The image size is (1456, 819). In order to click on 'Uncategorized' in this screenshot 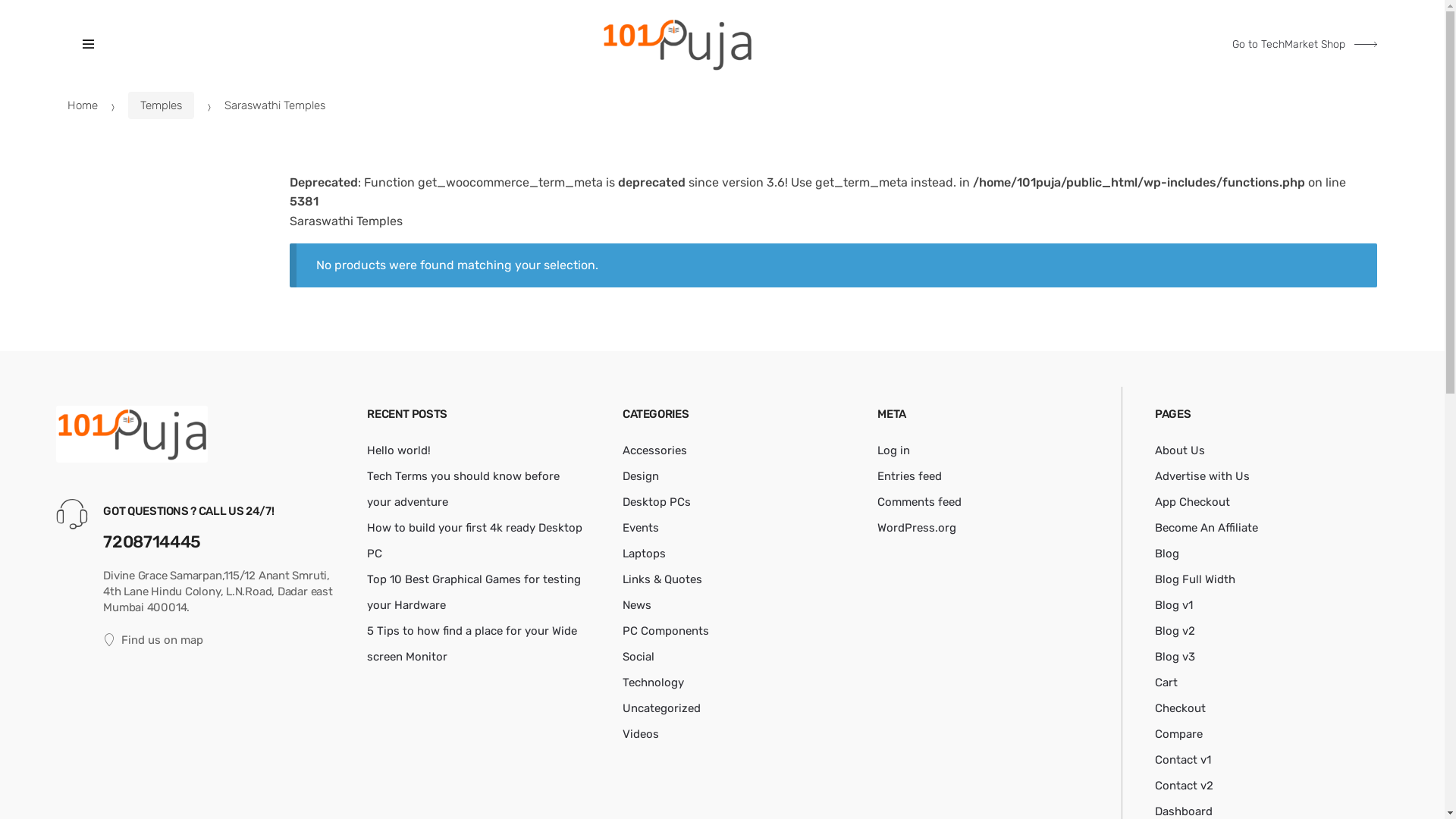, I will do `click(661, 708)`.